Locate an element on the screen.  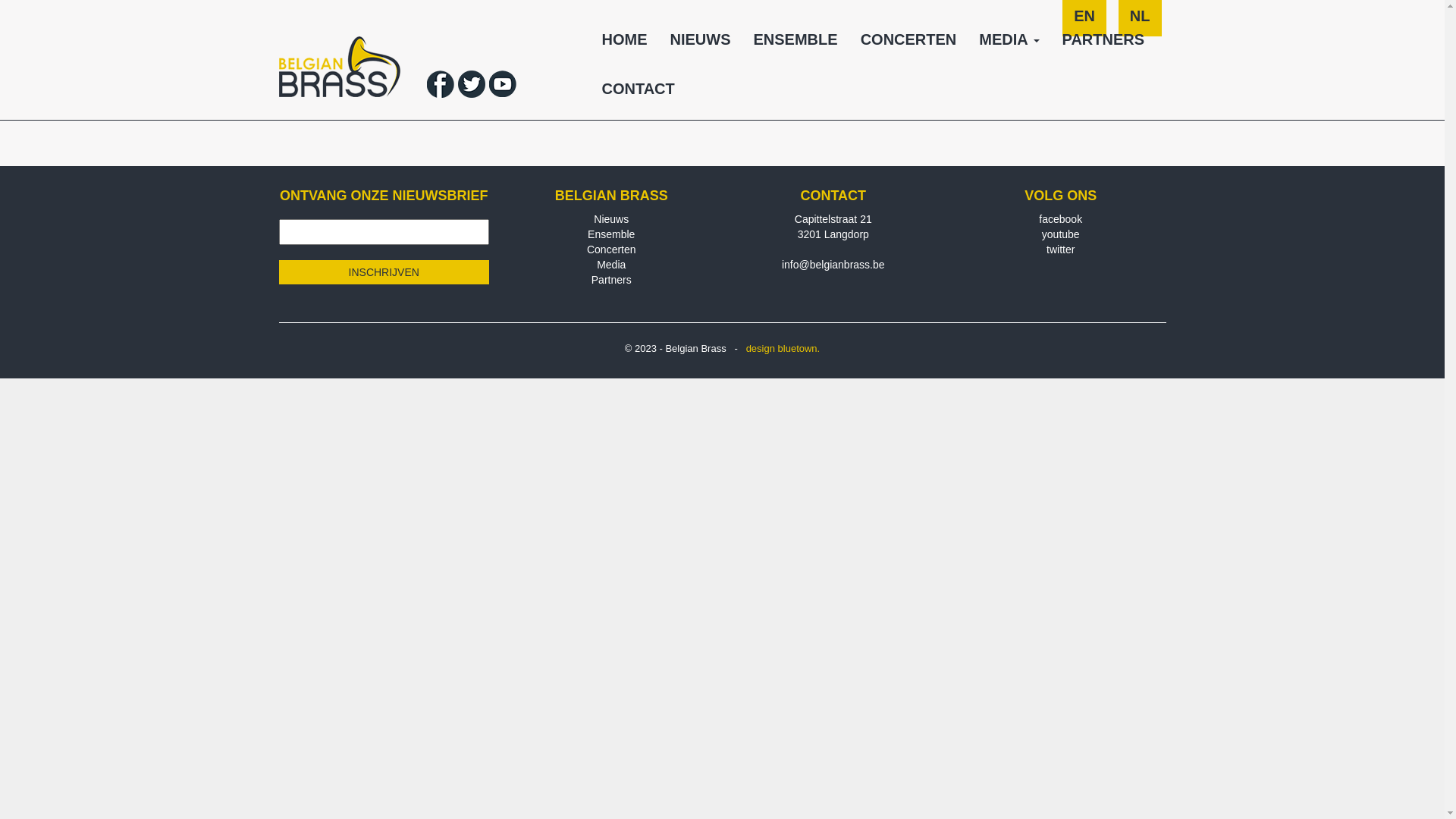
'PARTNERS' is located at coordinates (1103, 44).